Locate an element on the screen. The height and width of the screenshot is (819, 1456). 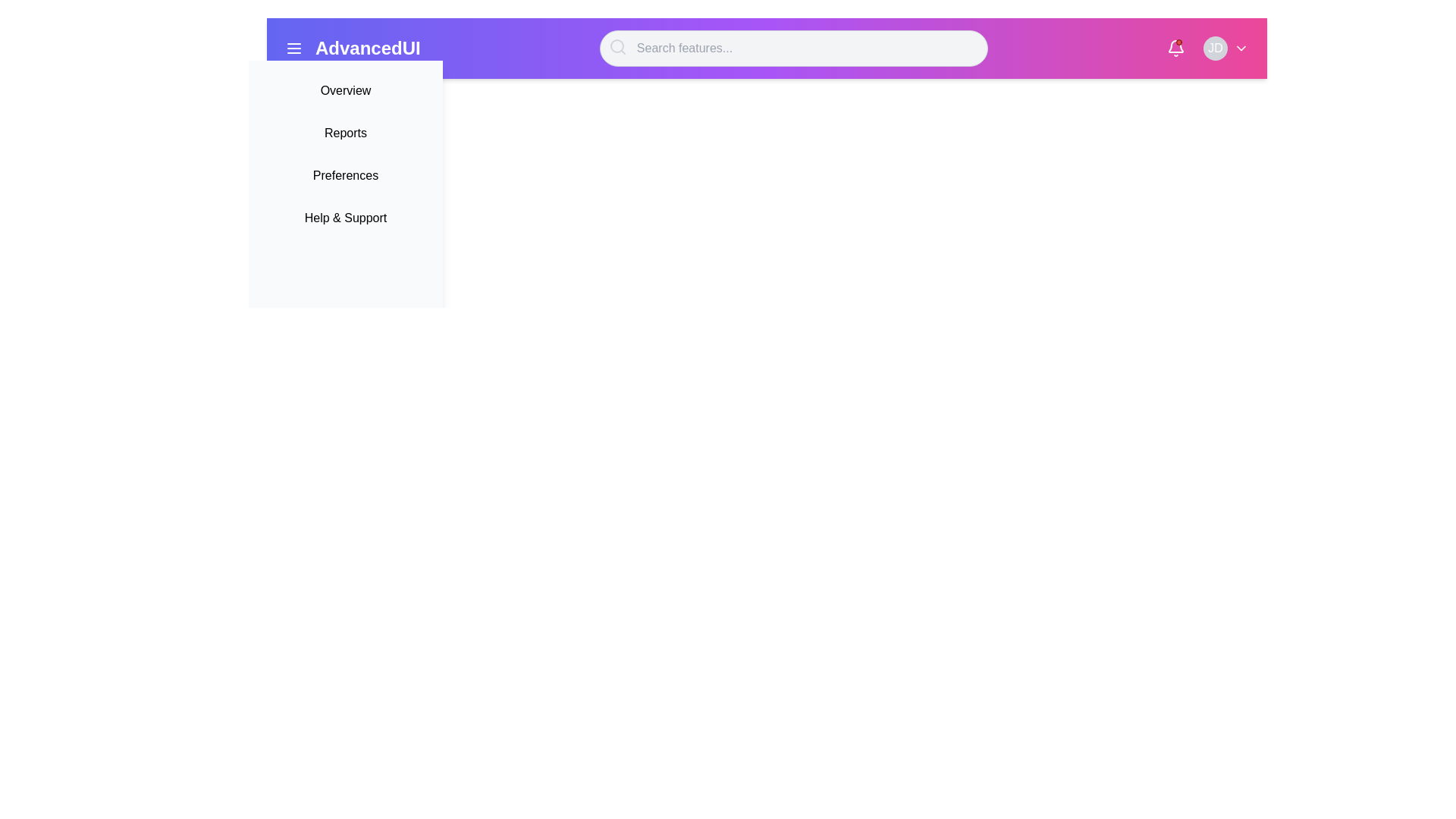
the branding text label located in the top navigation bar, which serves as a title indicator for the application and may link to the home page is located at coordinates (368, 48).